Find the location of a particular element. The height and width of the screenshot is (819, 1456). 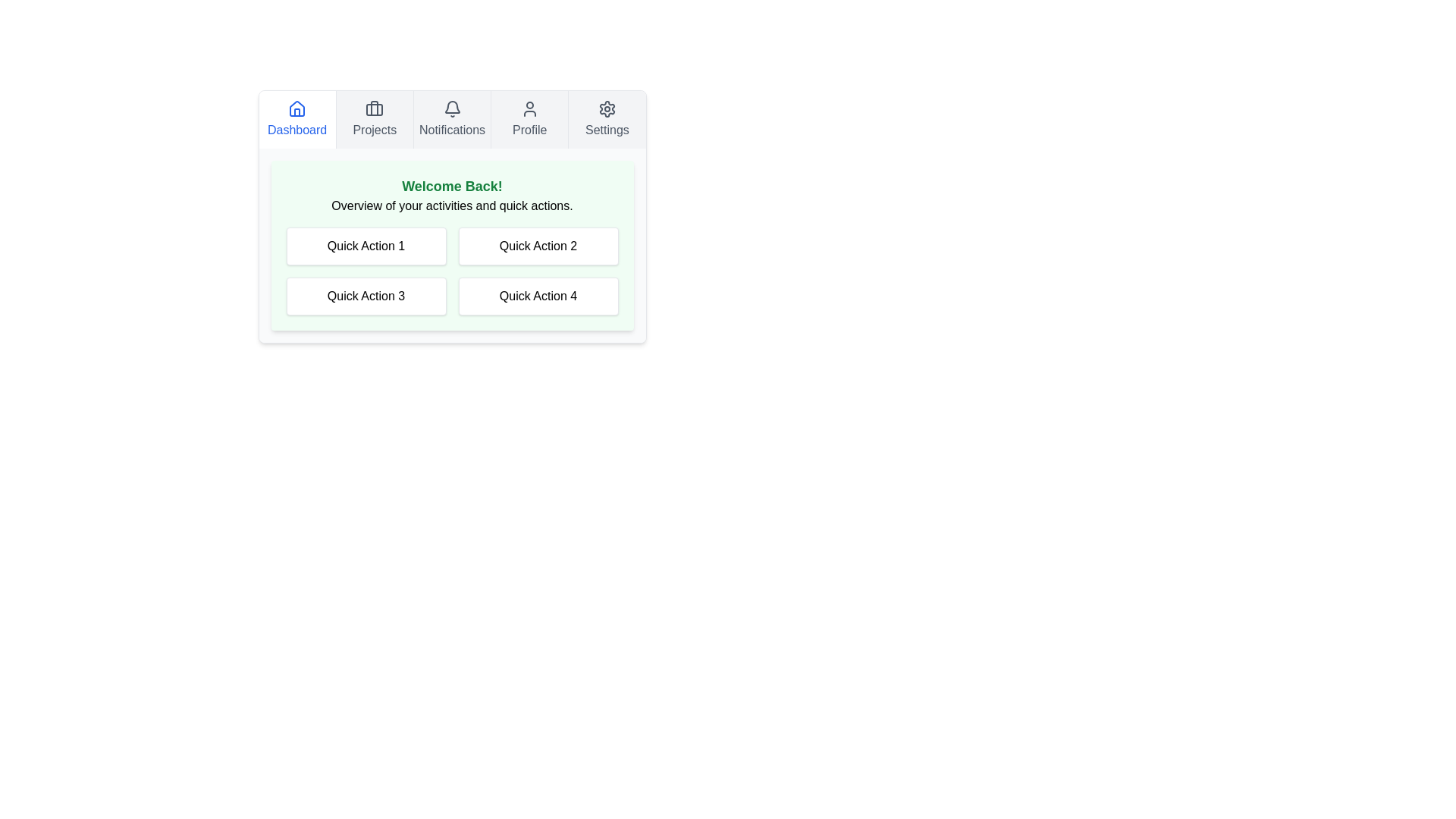

the bold, green-colored 'Welcome Back!' text header, which is centered within a light green background area is located at coordinates (451, 186).